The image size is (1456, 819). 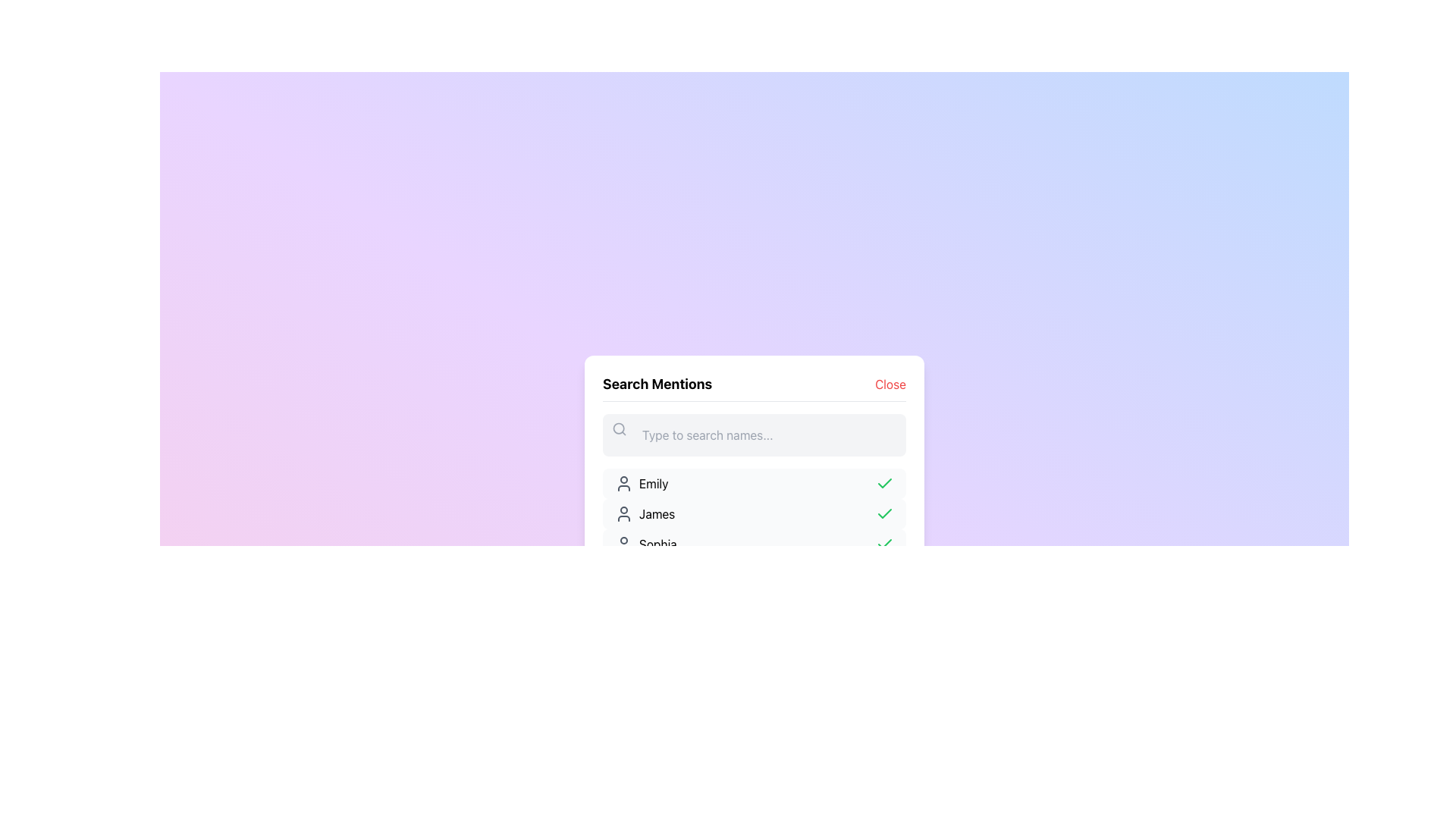 I want to click on the selectable list item displaying the name 'Emily', which is the first entry in the vertically arranged list below the search bar, so click(x=654, y=483).